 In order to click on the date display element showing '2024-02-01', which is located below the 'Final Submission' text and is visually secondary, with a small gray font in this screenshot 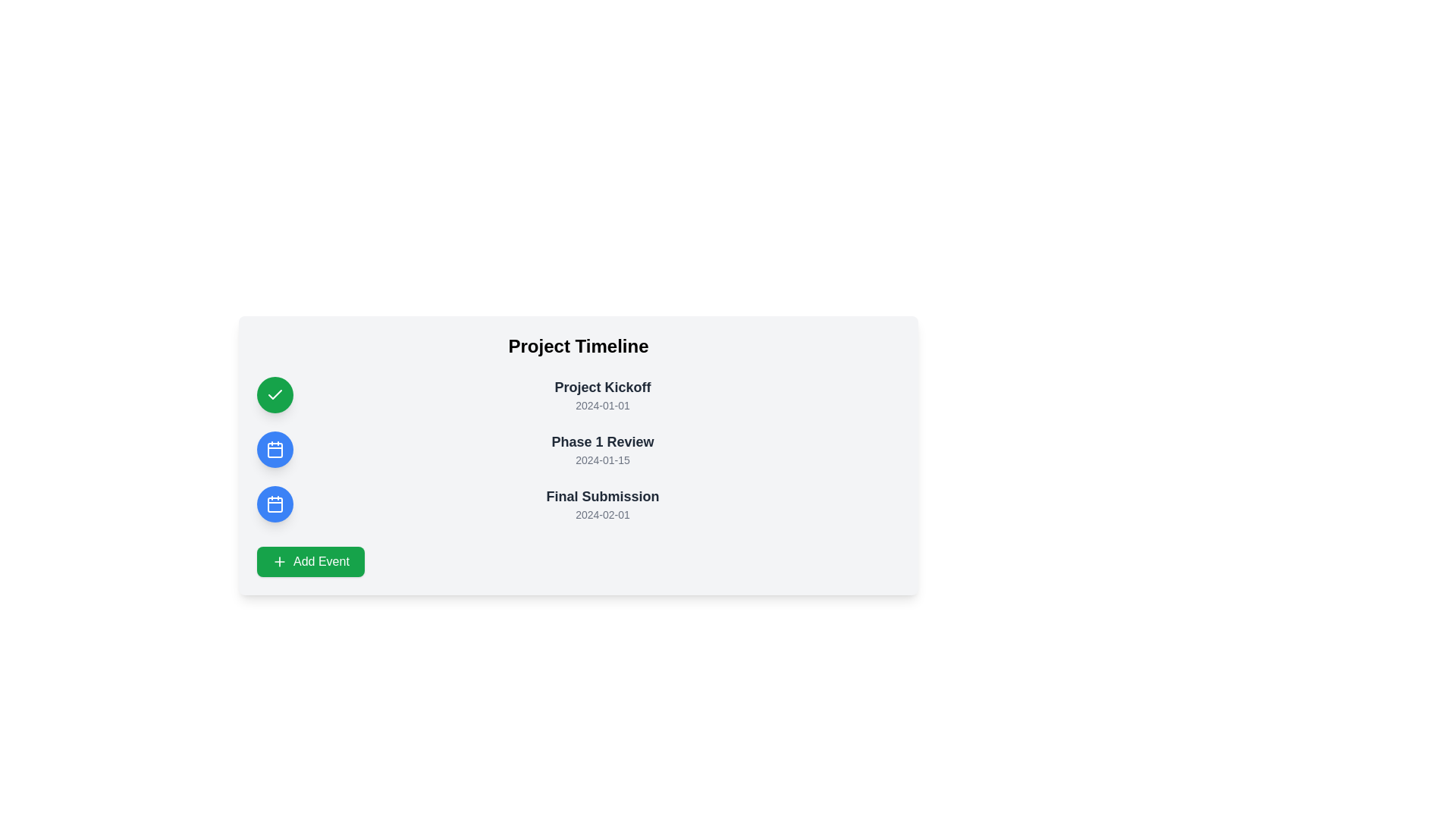, I will do `click(602, 513)`.